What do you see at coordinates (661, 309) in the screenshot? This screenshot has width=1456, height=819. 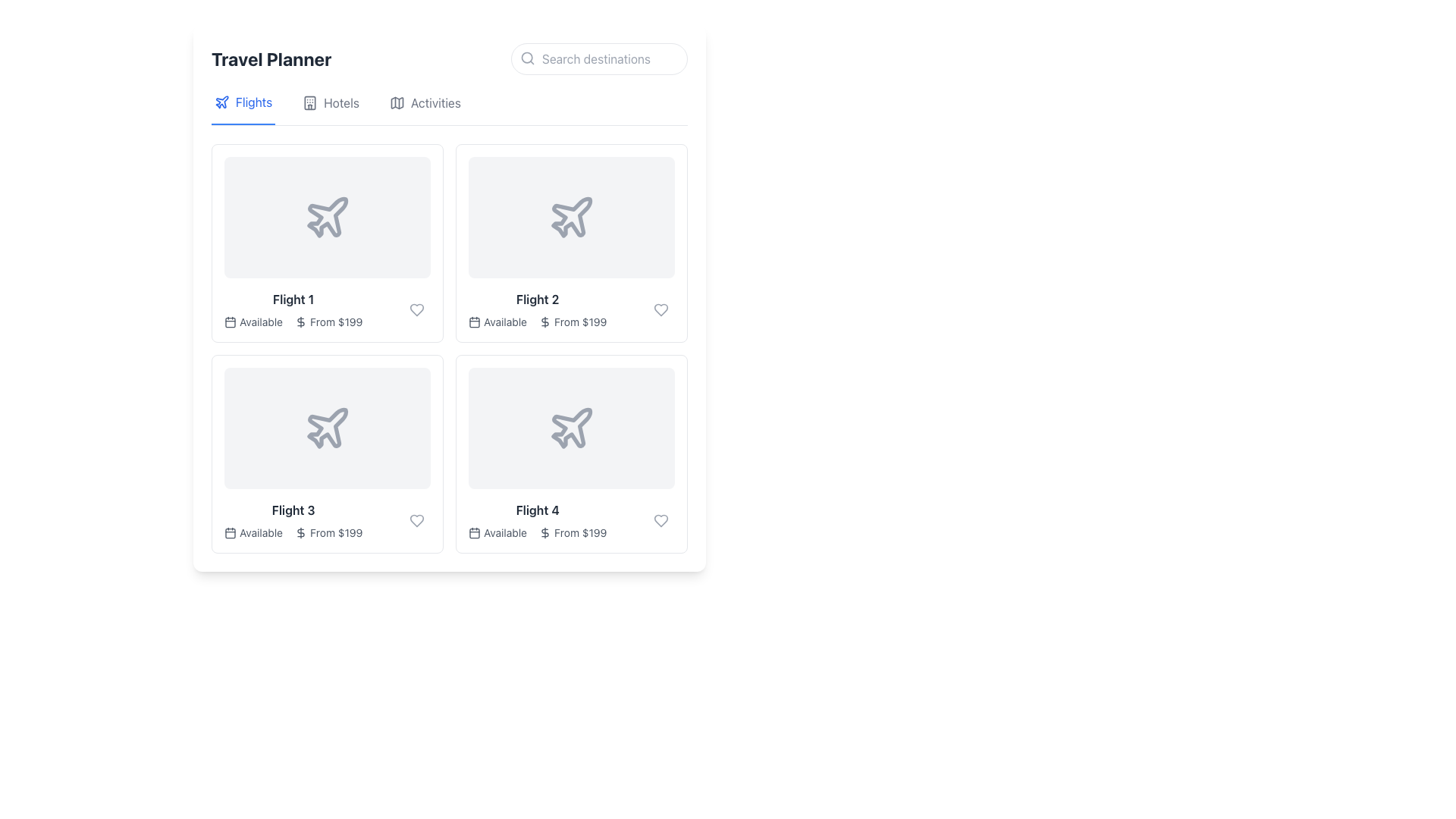 I see `the heart icon located in the top row, right column of the grid layout, adjacent` at bounding box center [661, 309].